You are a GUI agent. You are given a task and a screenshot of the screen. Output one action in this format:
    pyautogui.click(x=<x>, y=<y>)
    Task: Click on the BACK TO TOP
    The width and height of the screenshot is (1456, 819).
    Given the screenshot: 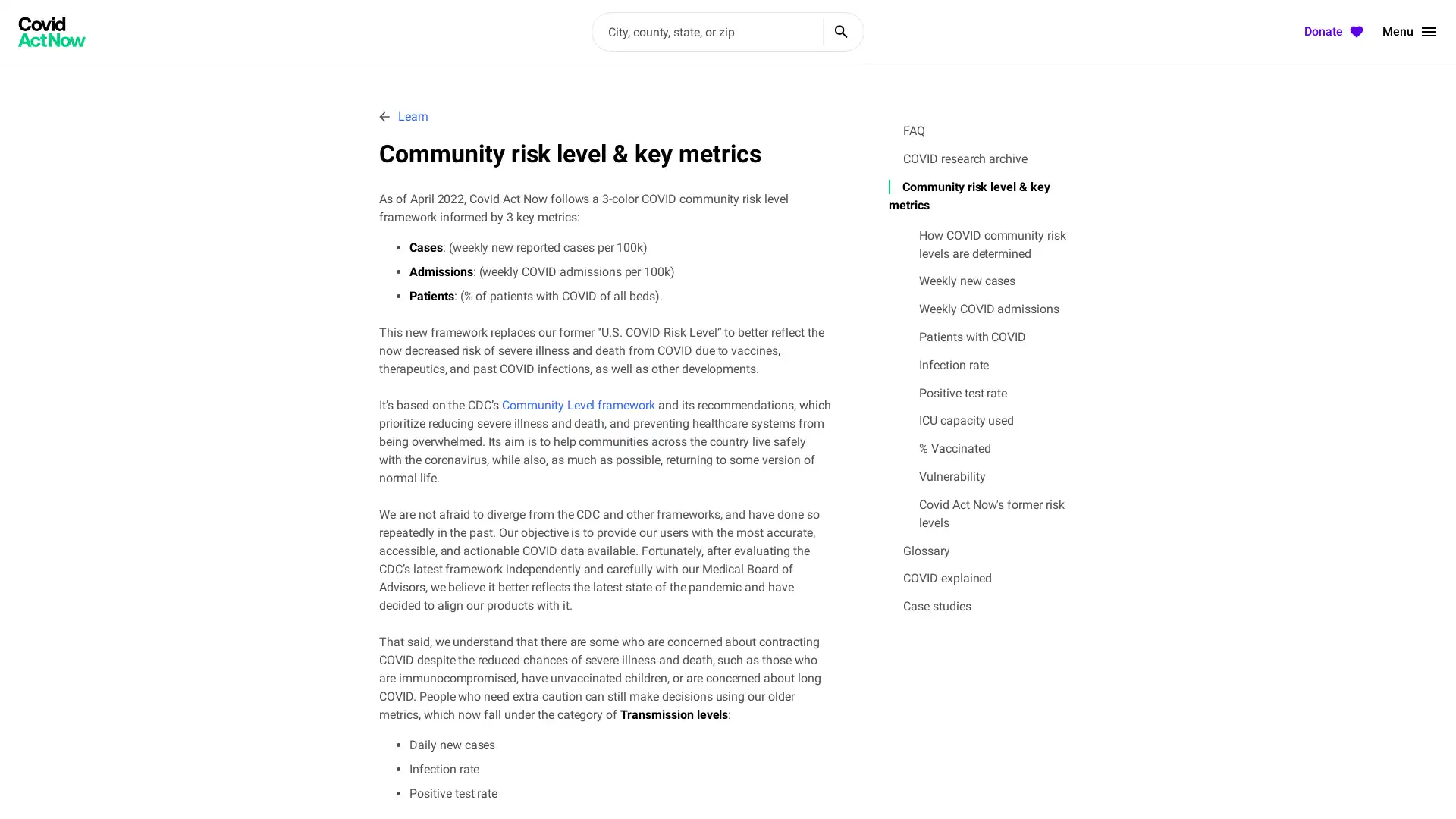 What is the action you would take?
    pyautogui.click(x=1389, y=787)
    